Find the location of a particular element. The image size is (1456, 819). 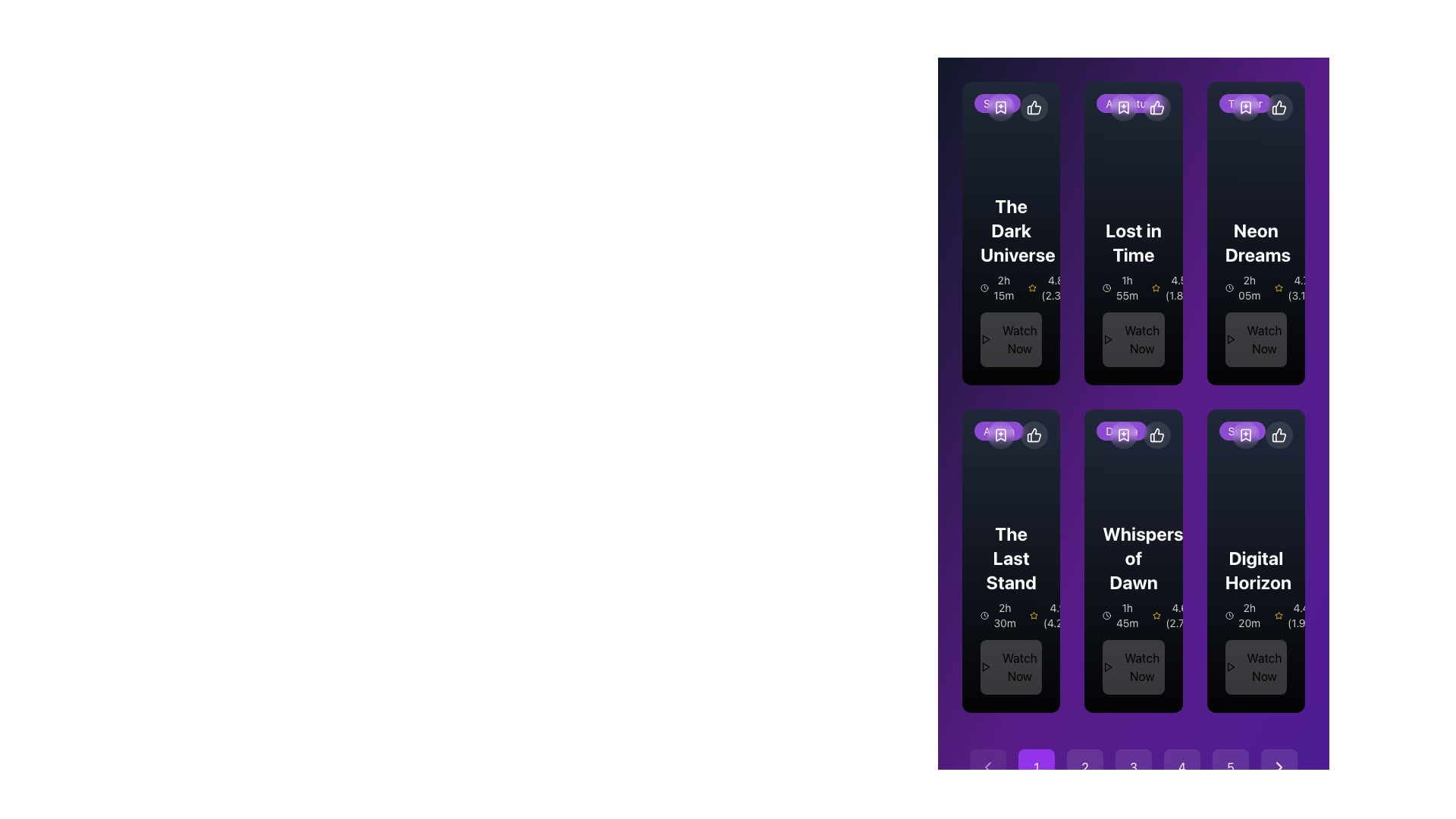

time display '1h 45m' shown with the clock icon in the 'Whispers of Dawn' movie card is located at coordinates (1121, 616).